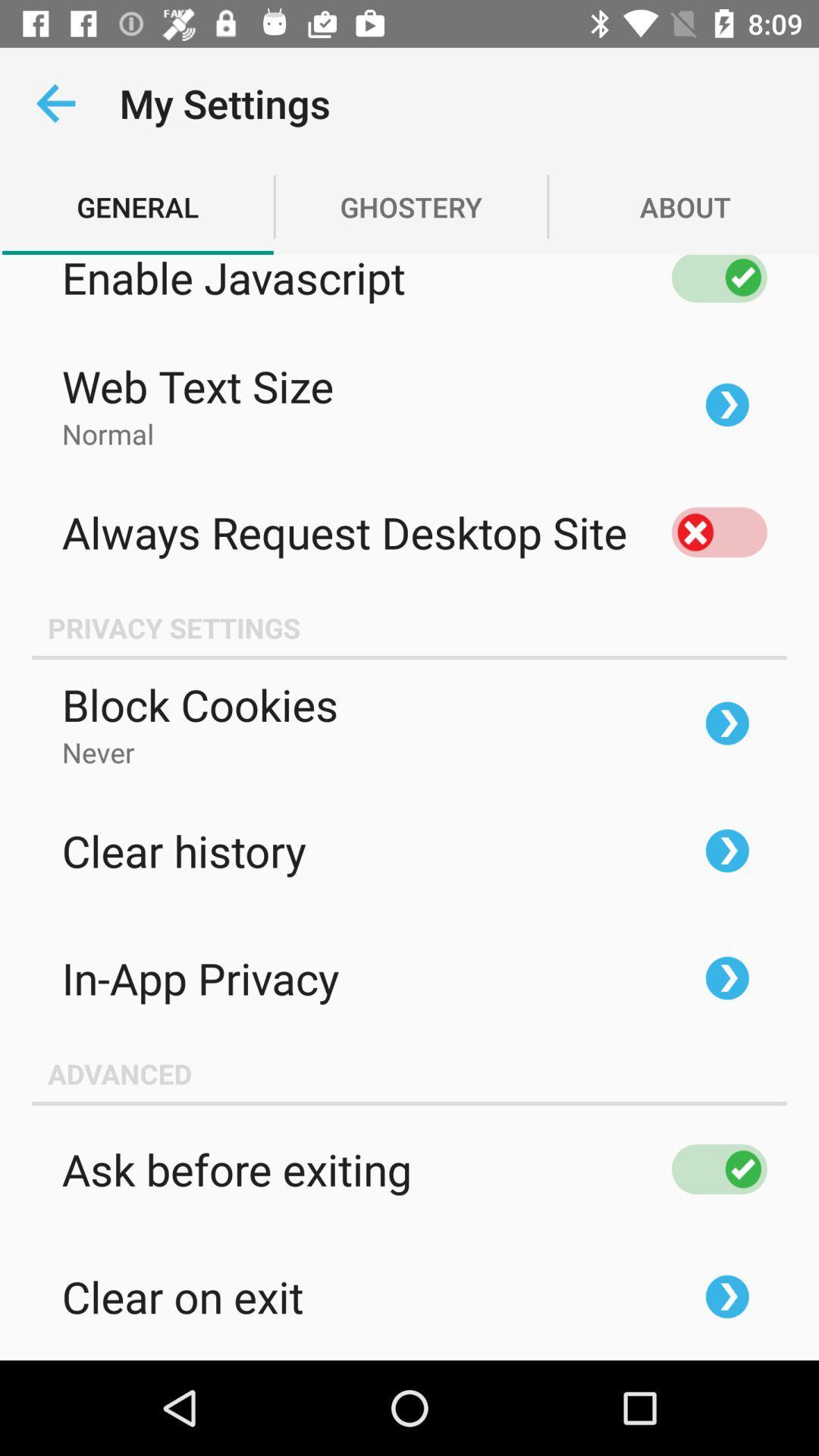 The width and height of the screenshot is (819, 1456). What do you see at coordinates (726, 723) in the screenshot?
I see `the arrow button beside block cookies` at bounding box center [726, 723].